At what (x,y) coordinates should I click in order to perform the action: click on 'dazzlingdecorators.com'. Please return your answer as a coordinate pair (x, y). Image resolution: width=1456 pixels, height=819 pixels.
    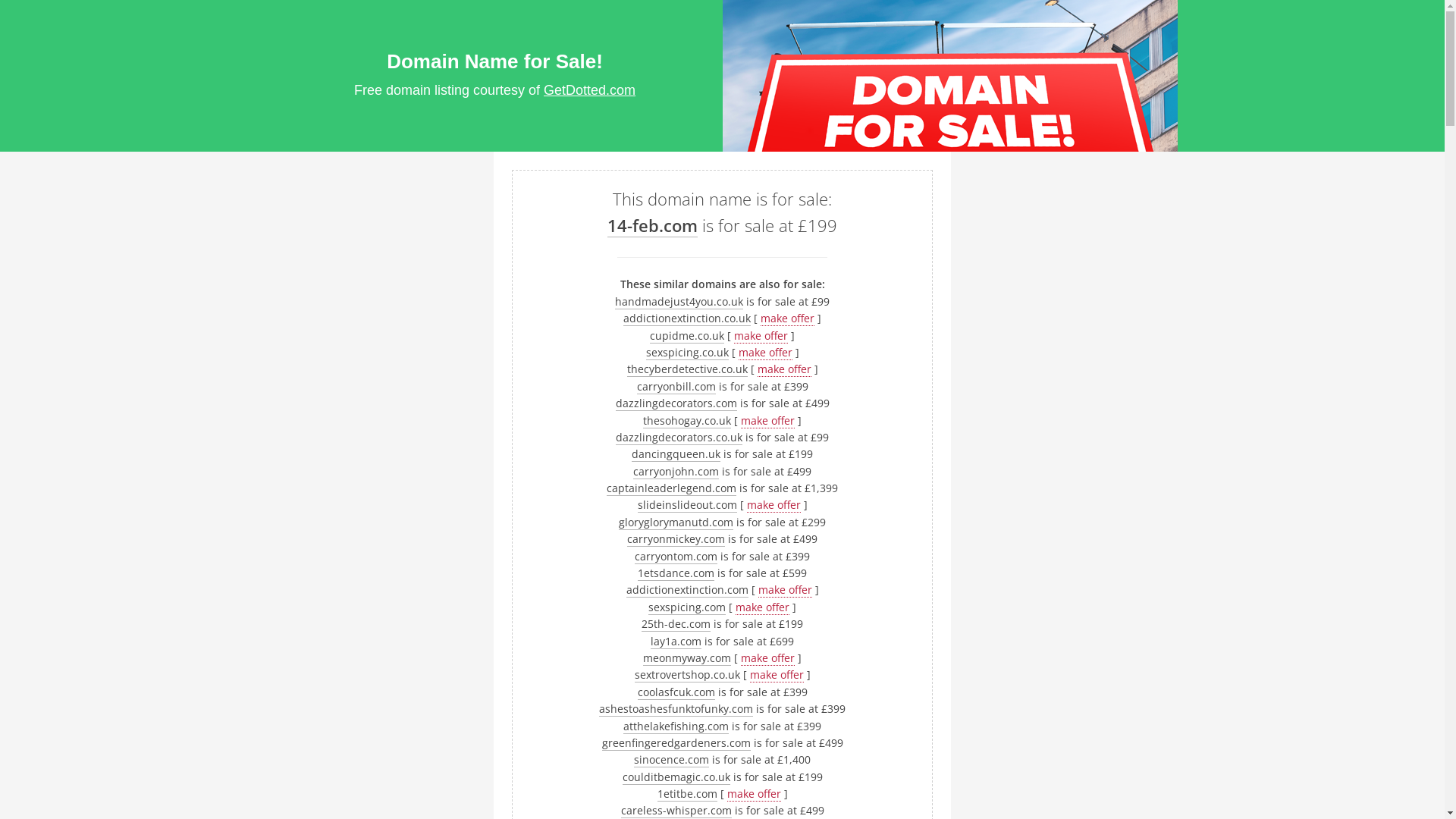
    Looking at the image, I should click on (676, 403).